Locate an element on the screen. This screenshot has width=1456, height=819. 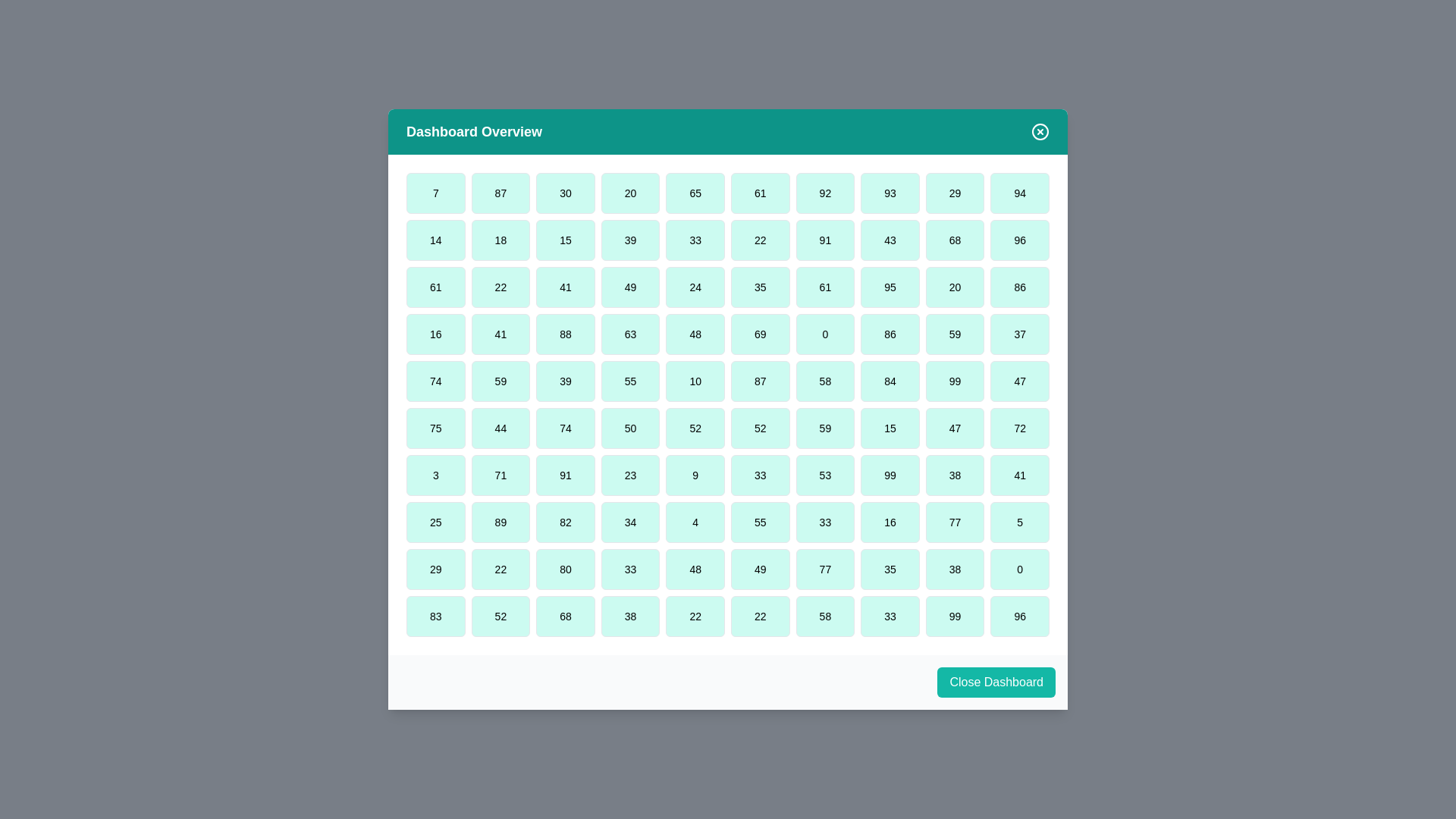
the 'Close Dashboard' button to close the dialog is located at coordinates (996, 681).